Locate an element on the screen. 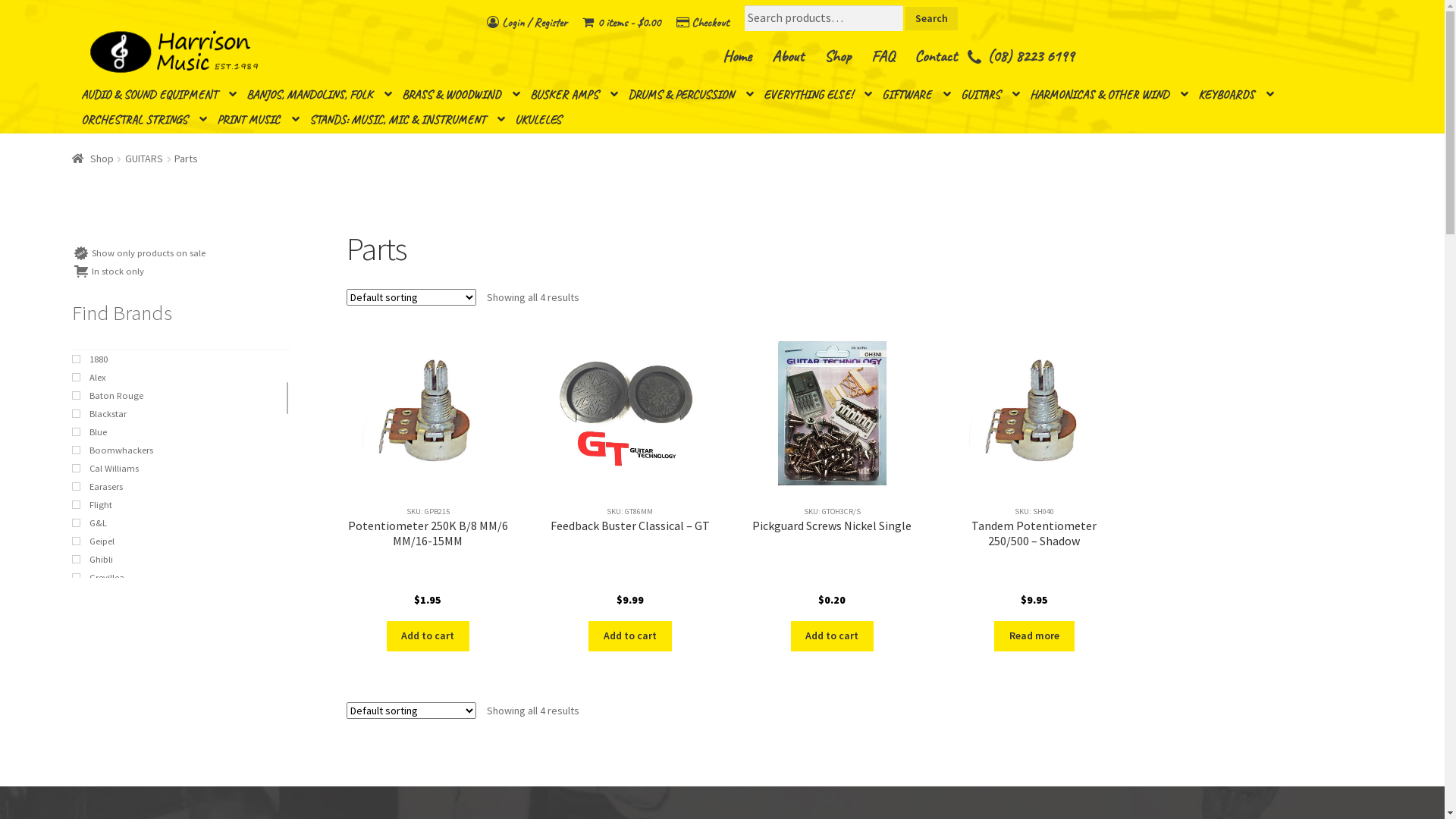  'Add to cart' is located at coordinates (428, 636).